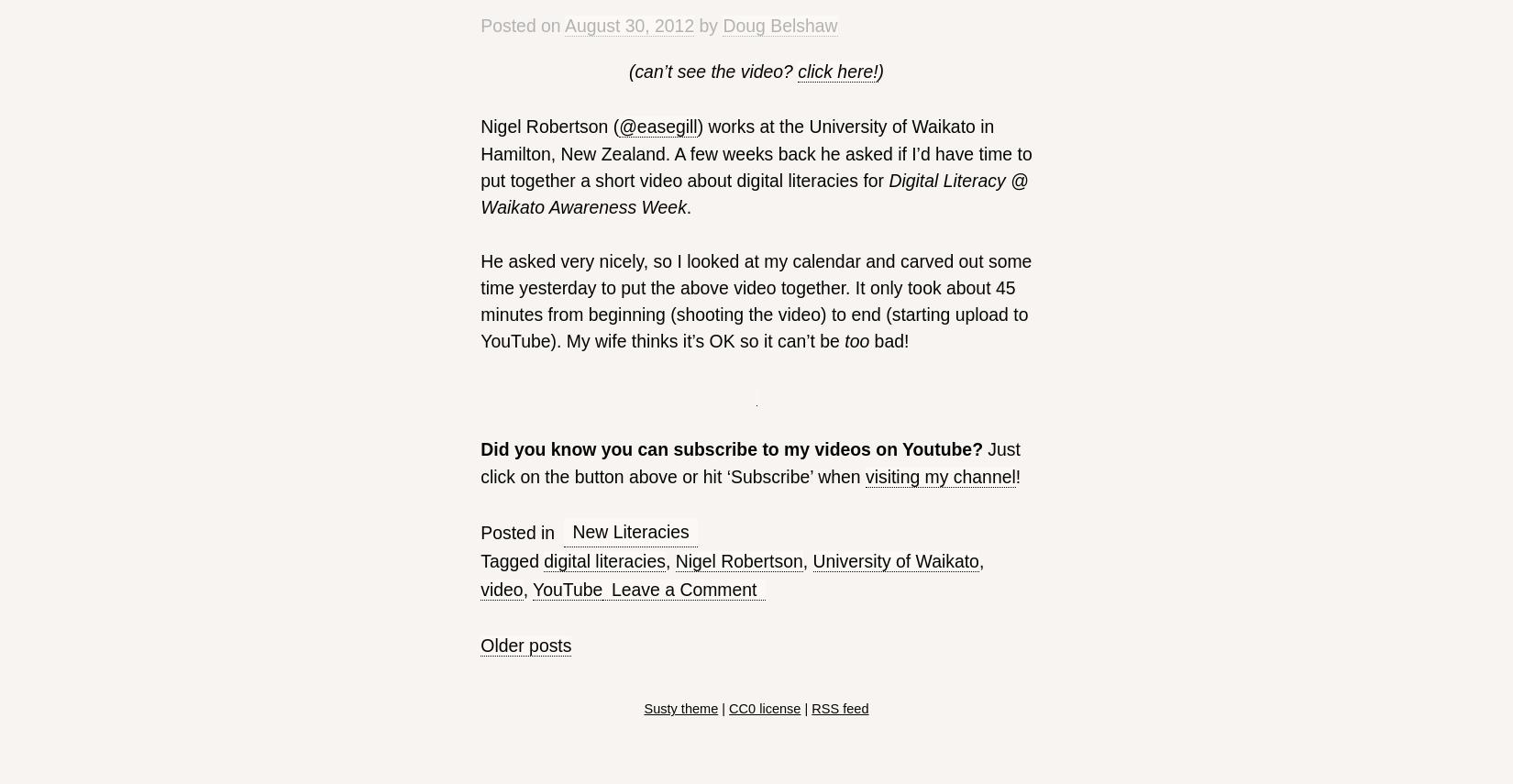 The width and height of the screenshot is (1513, 784). I want to click on 'Just click on the button above or hit ‘Subscribe’ when', so click(749, 461).